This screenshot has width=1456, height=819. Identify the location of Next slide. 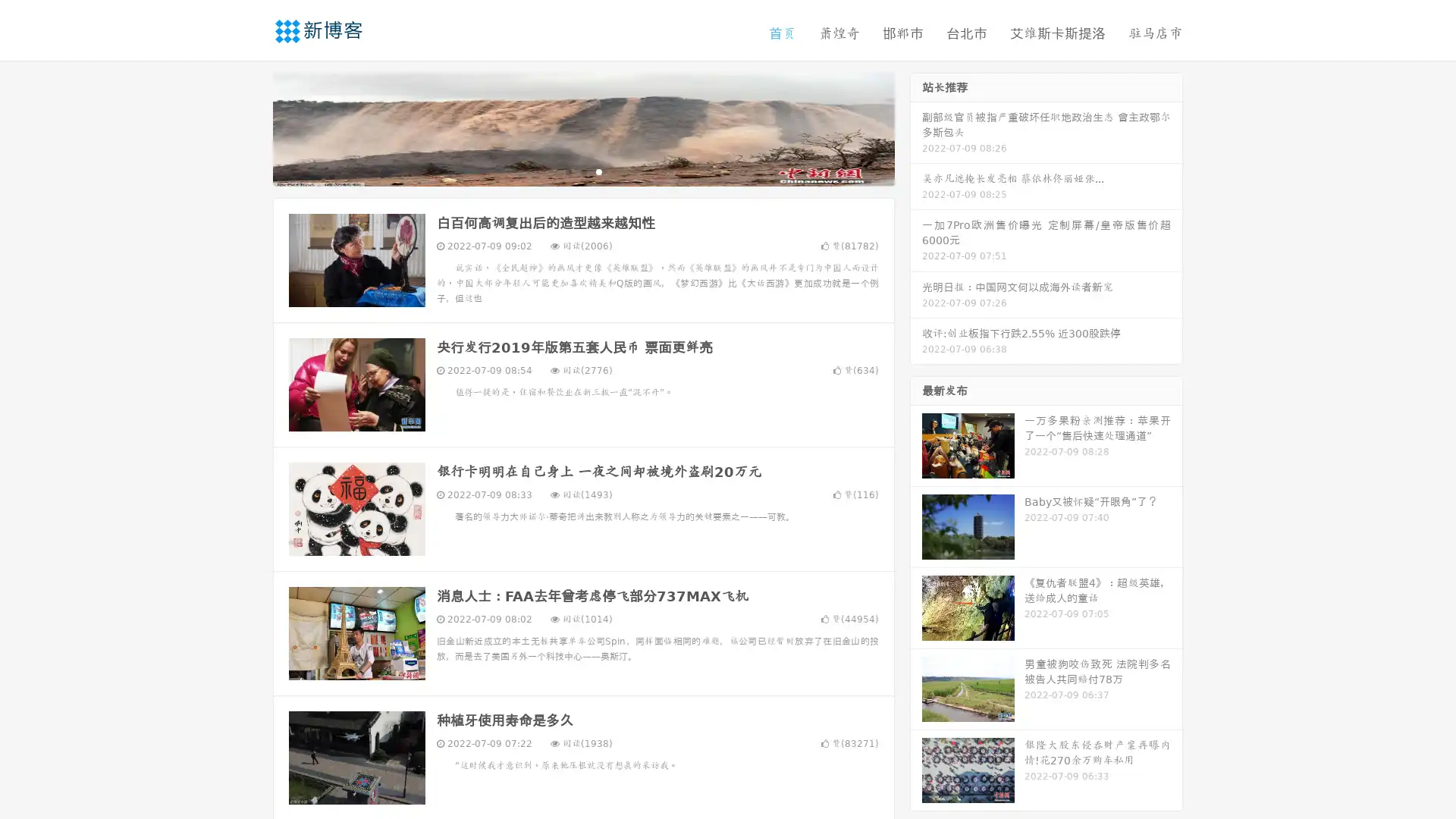
(916, 127).